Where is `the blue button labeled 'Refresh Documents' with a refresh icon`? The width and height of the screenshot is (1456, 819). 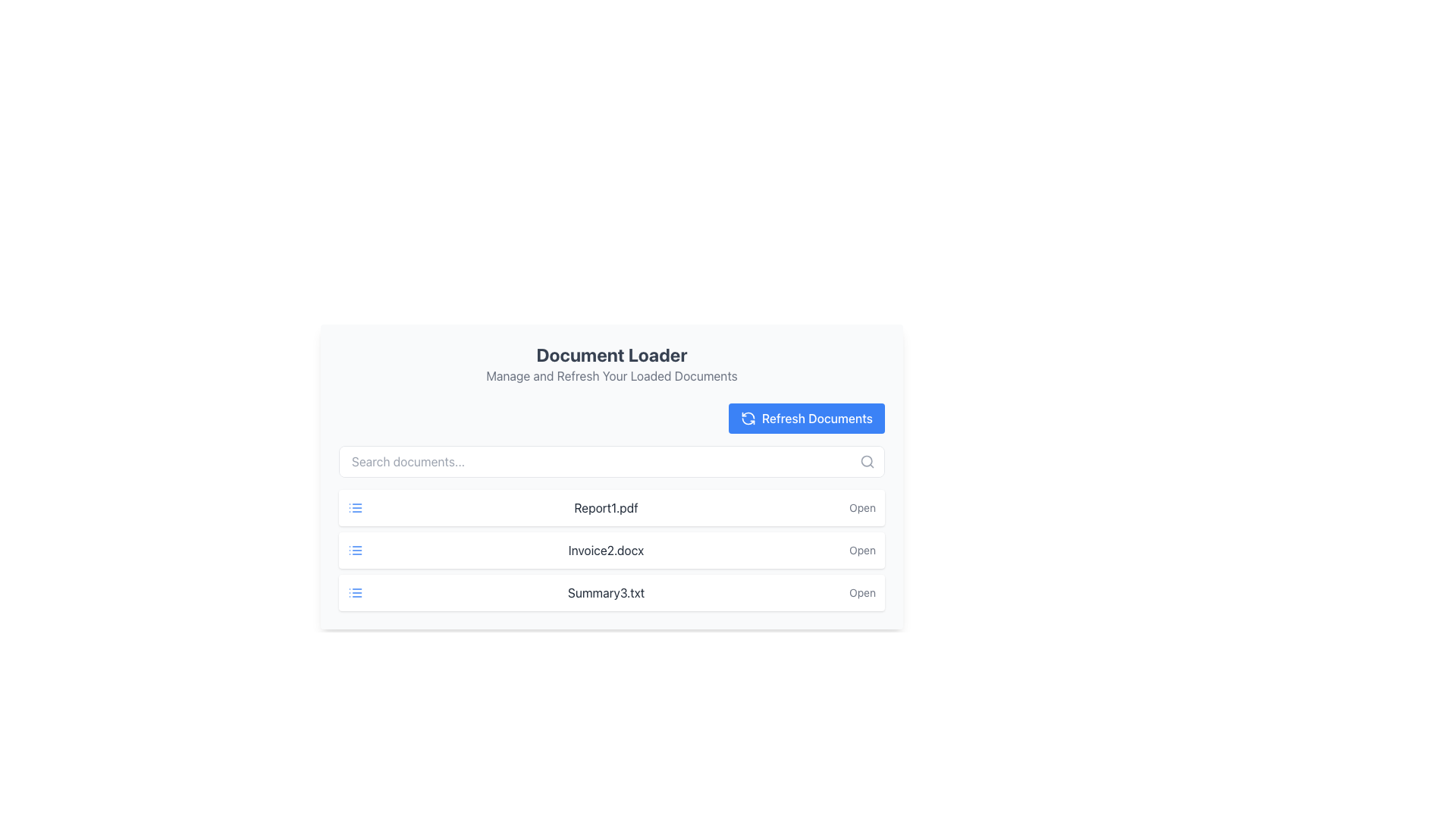
the blue button labeled 'Refresh Documents' with a refresh icon is located at coordinates (805, 418).